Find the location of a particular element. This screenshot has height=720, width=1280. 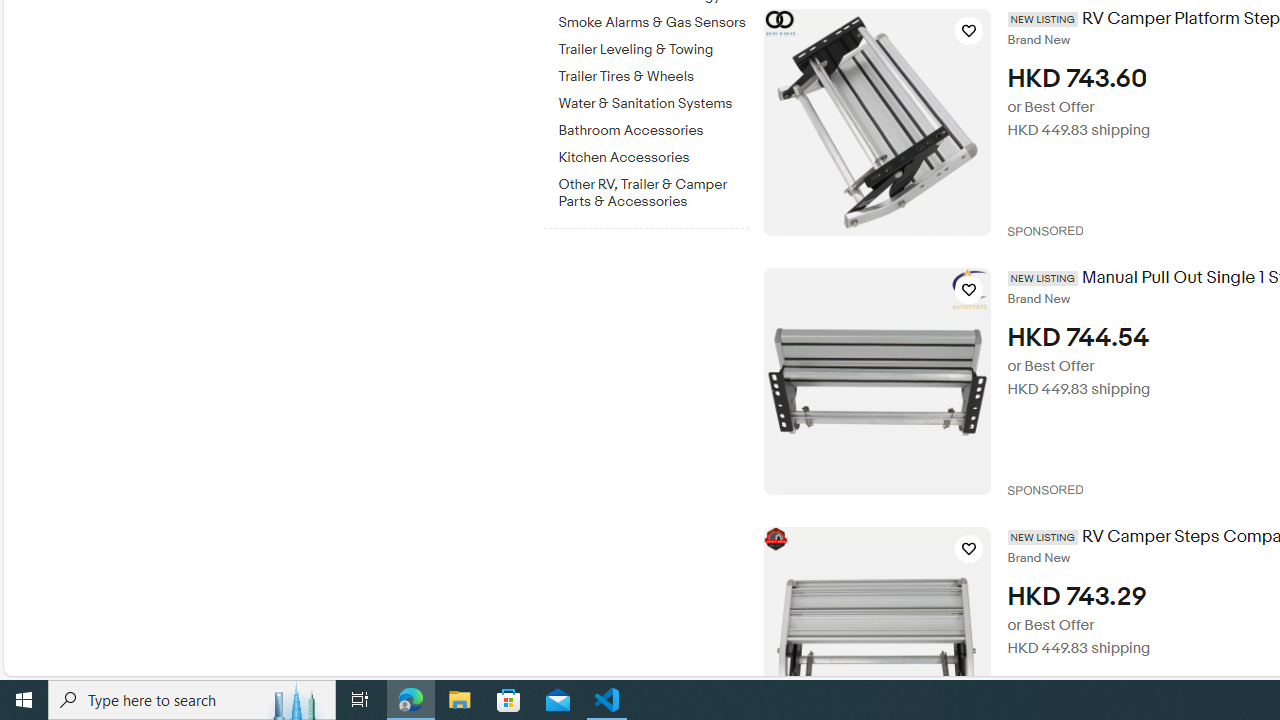

'Kitchen Accessories' is located at coordinates (653, 153).